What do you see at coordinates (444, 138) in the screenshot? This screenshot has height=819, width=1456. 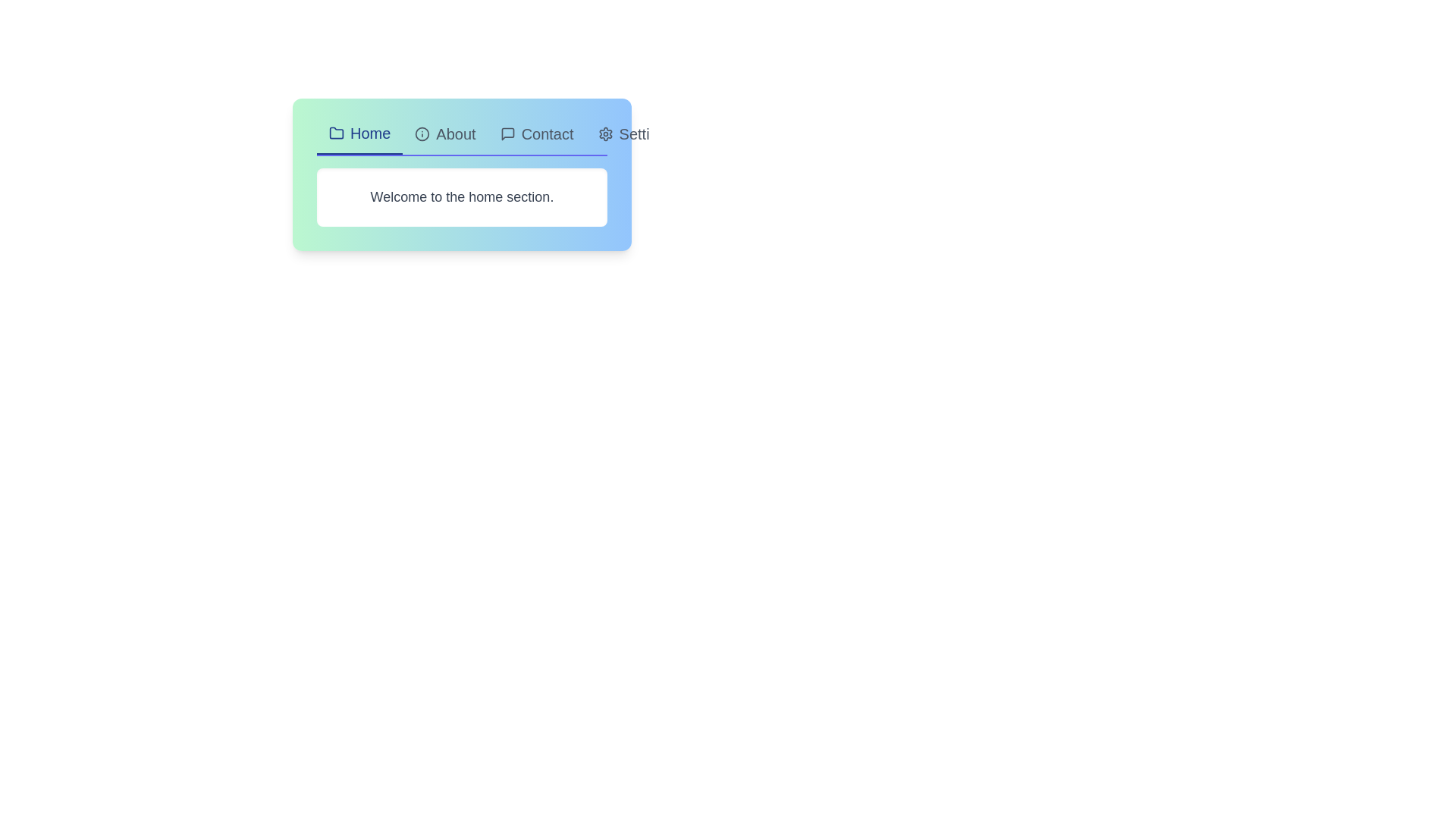 I see `the tab labeled About` at bounding box center [444, 138].